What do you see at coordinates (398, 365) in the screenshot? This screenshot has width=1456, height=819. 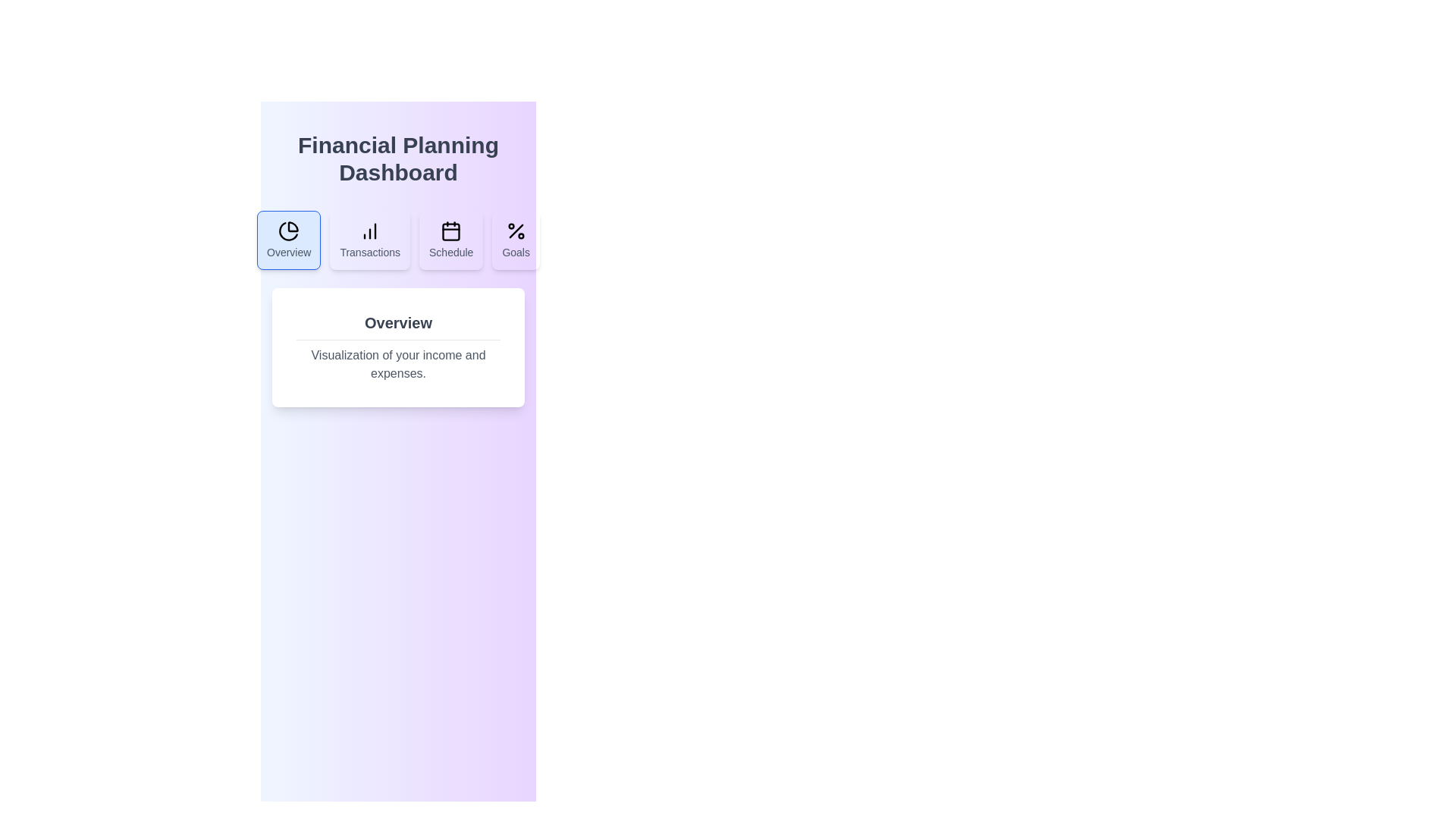 I see `the static text label that provides supplementary information about the 'Overview' section of the application, located within a prominent white rectangular card below the menu bar` at bounding box center [398, 365].